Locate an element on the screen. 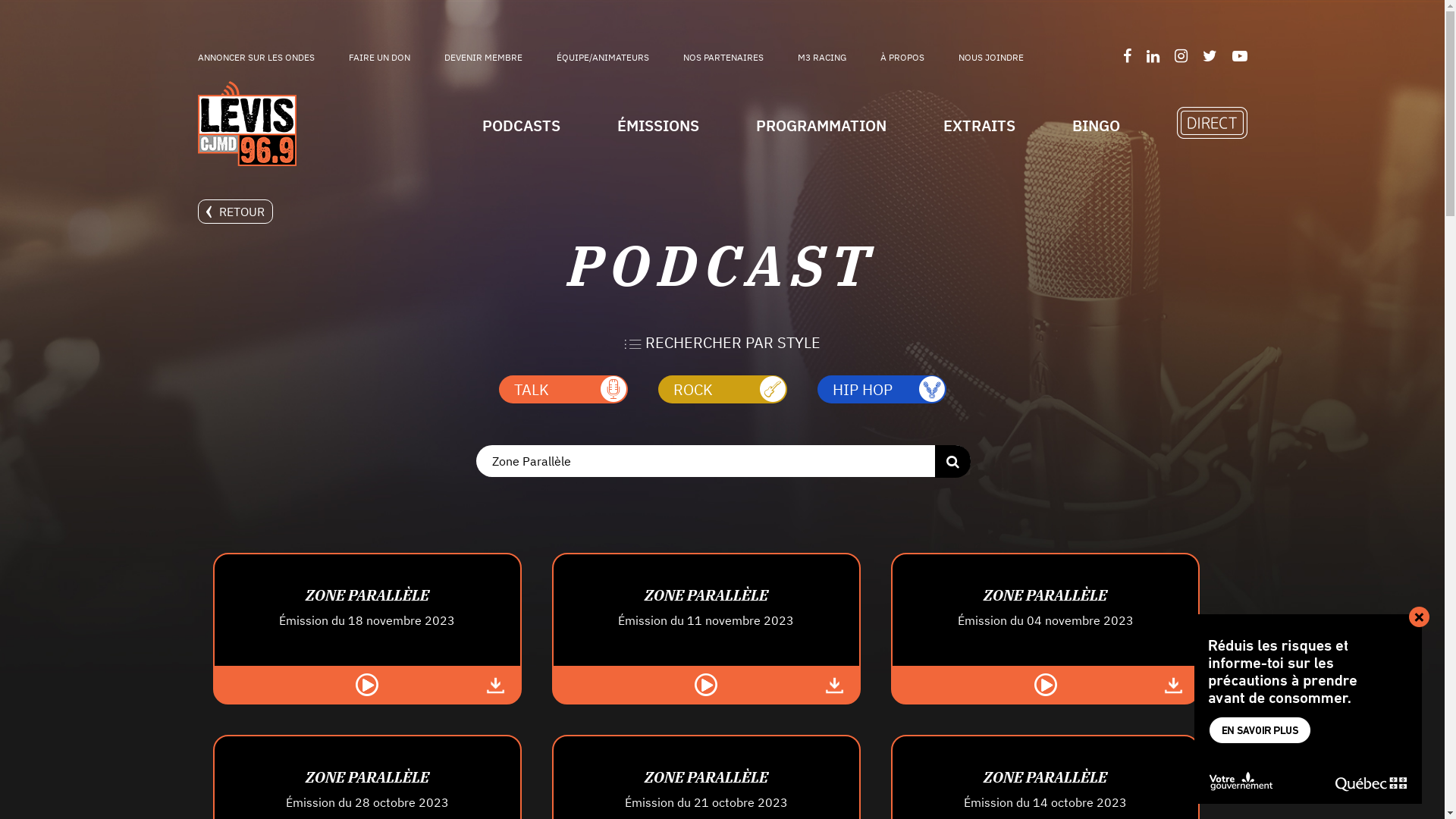 Image resolution: width=1456 pixels, height=819 pixels. 'PODCASTS' is located at coordinates (521, 124).